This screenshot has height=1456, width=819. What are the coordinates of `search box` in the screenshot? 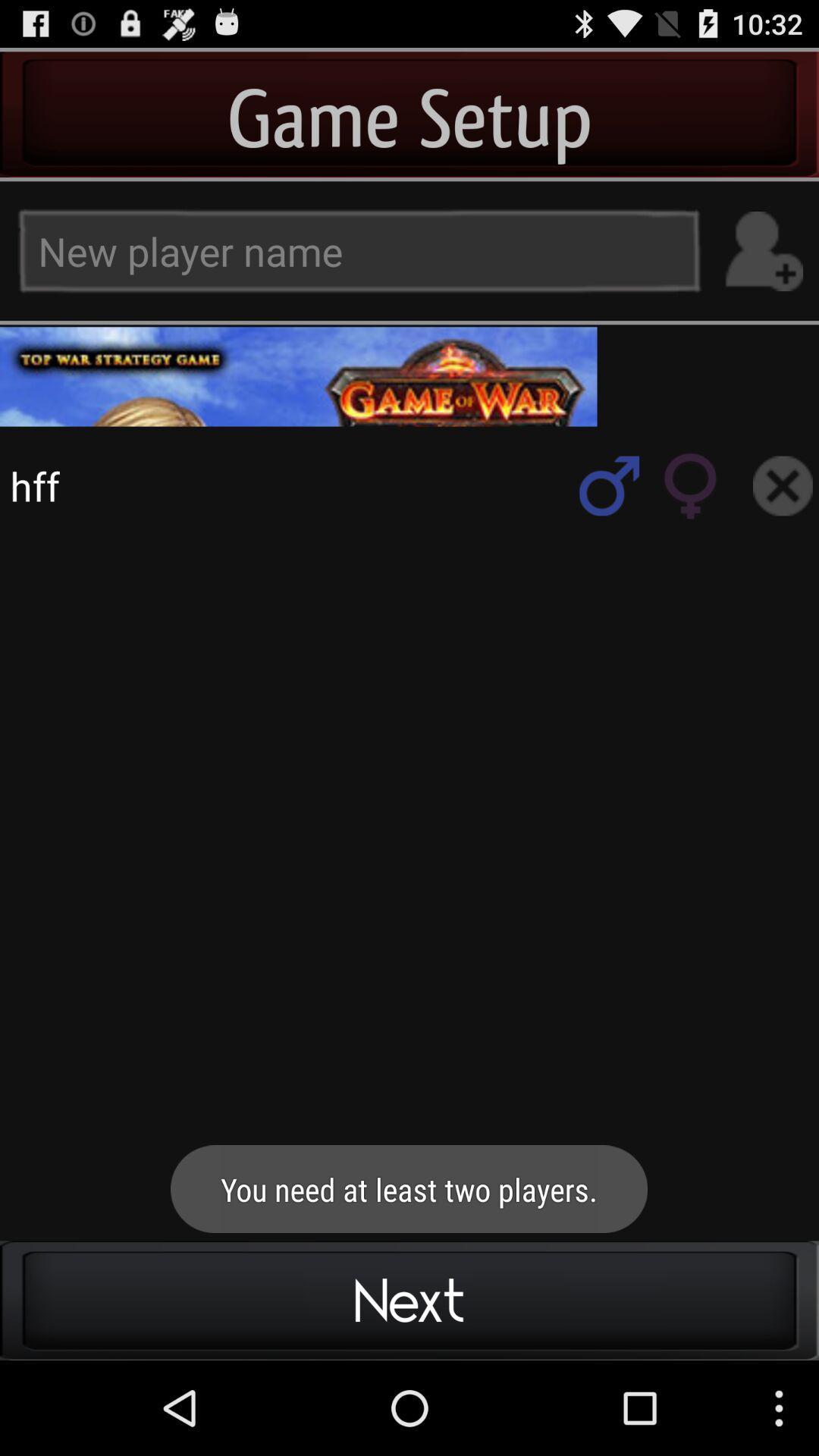 It's located at (783, 485).